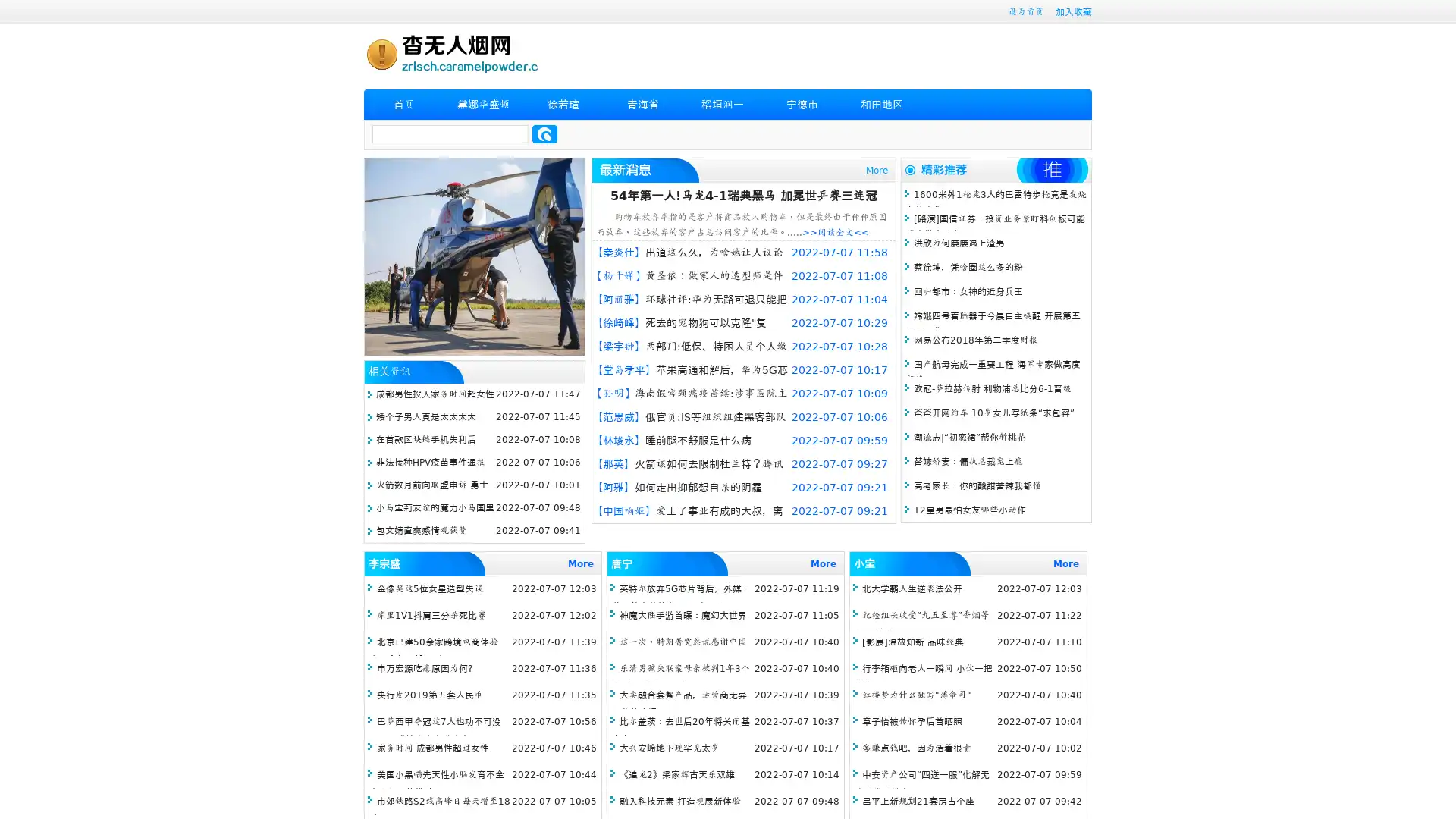  I want to click on Search, so click(544, 133).